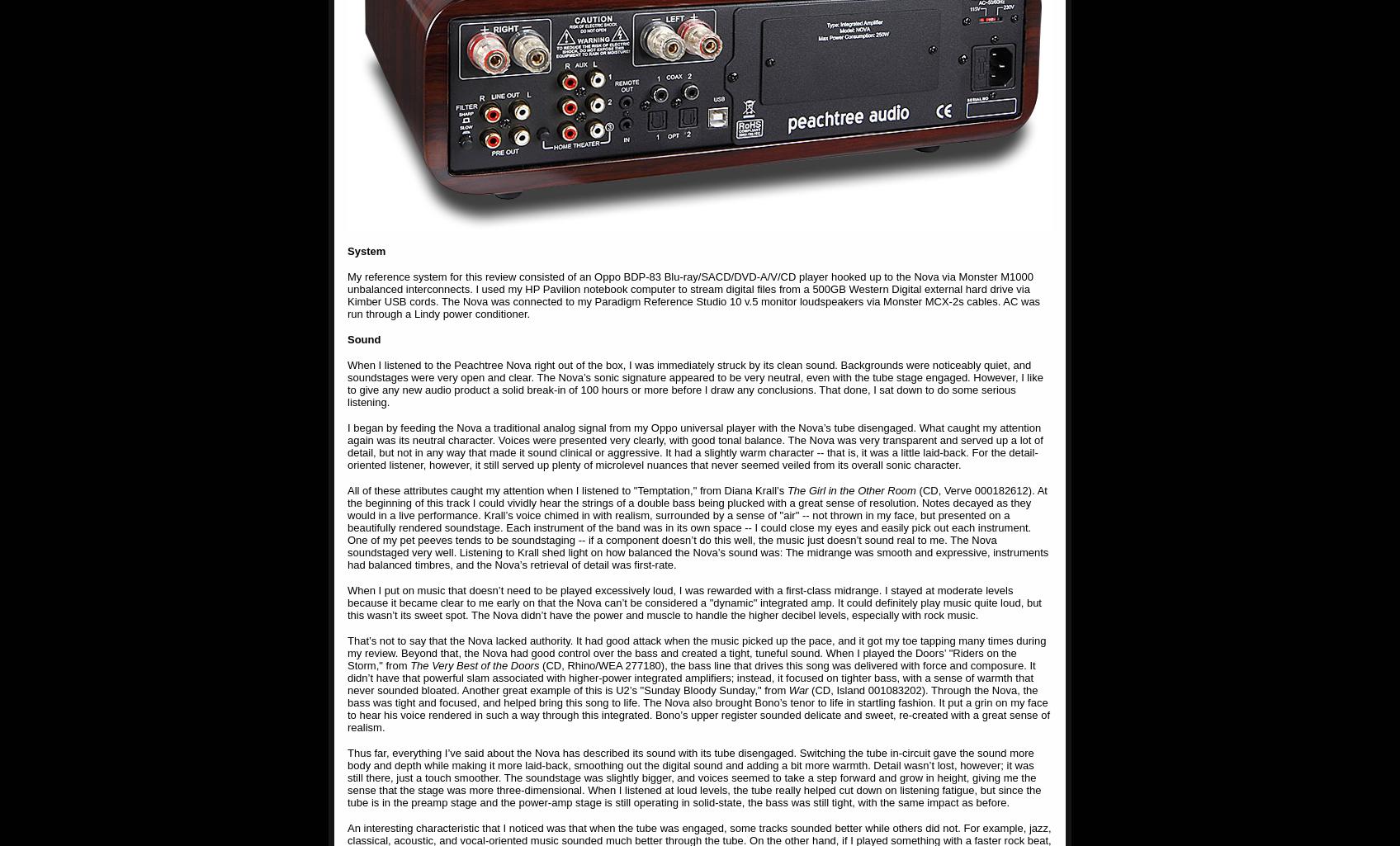 The width and height of the screenshot is (1400, 846). I want to click on 'That’s not to say that the Nova lacked authority. It
            had good attack when the music picked up the pace, and it got my toe tapping many times
            during my review. Beyond that, the Nova had good control over the bass and created a
            tight, tuneful sound. When I played the Doors’ "Riders on the Storm," from', so click(695, 653).